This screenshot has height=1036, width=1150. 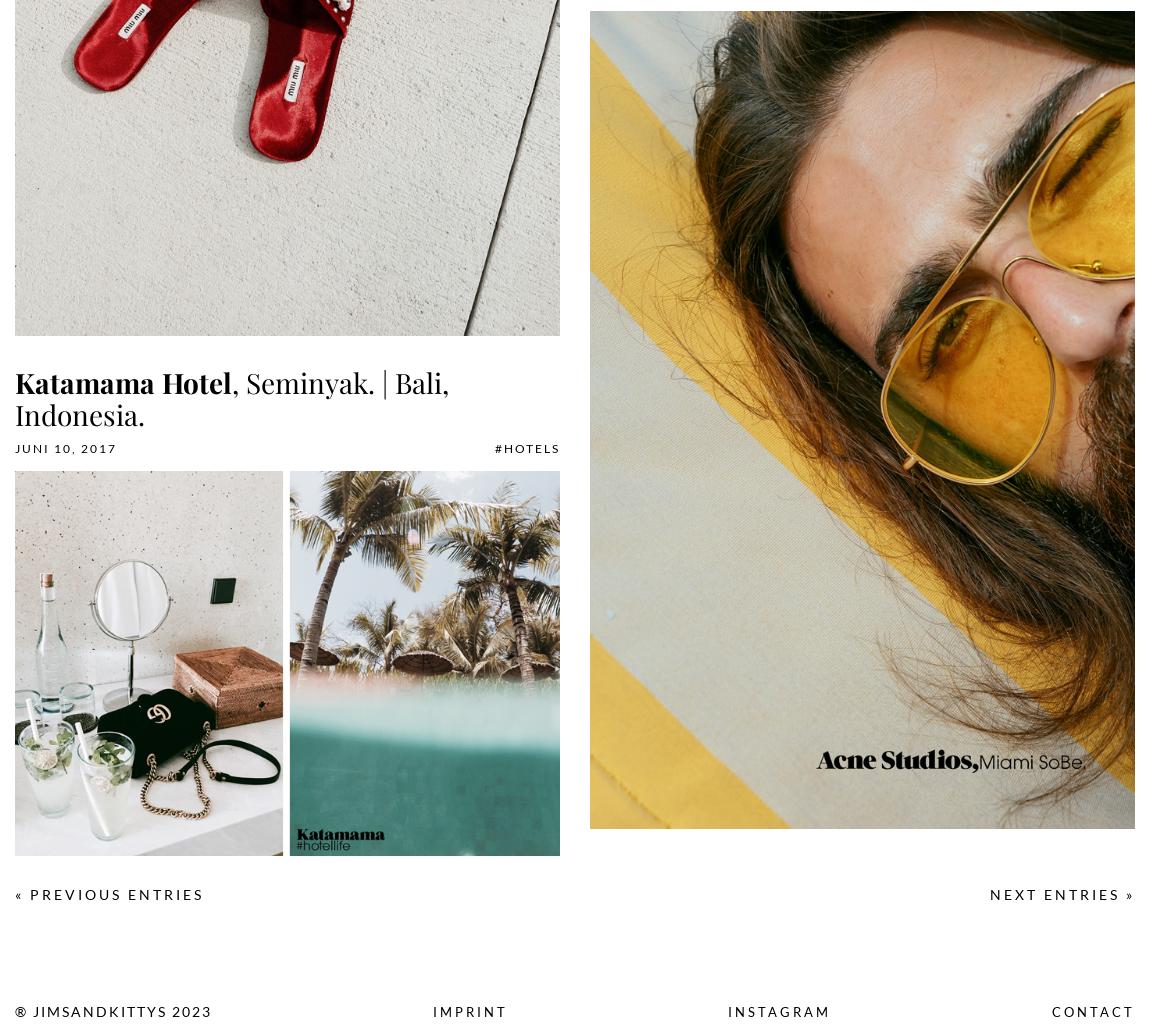 I want to click on 'Next Entries »', so click(x=1062, y=893).